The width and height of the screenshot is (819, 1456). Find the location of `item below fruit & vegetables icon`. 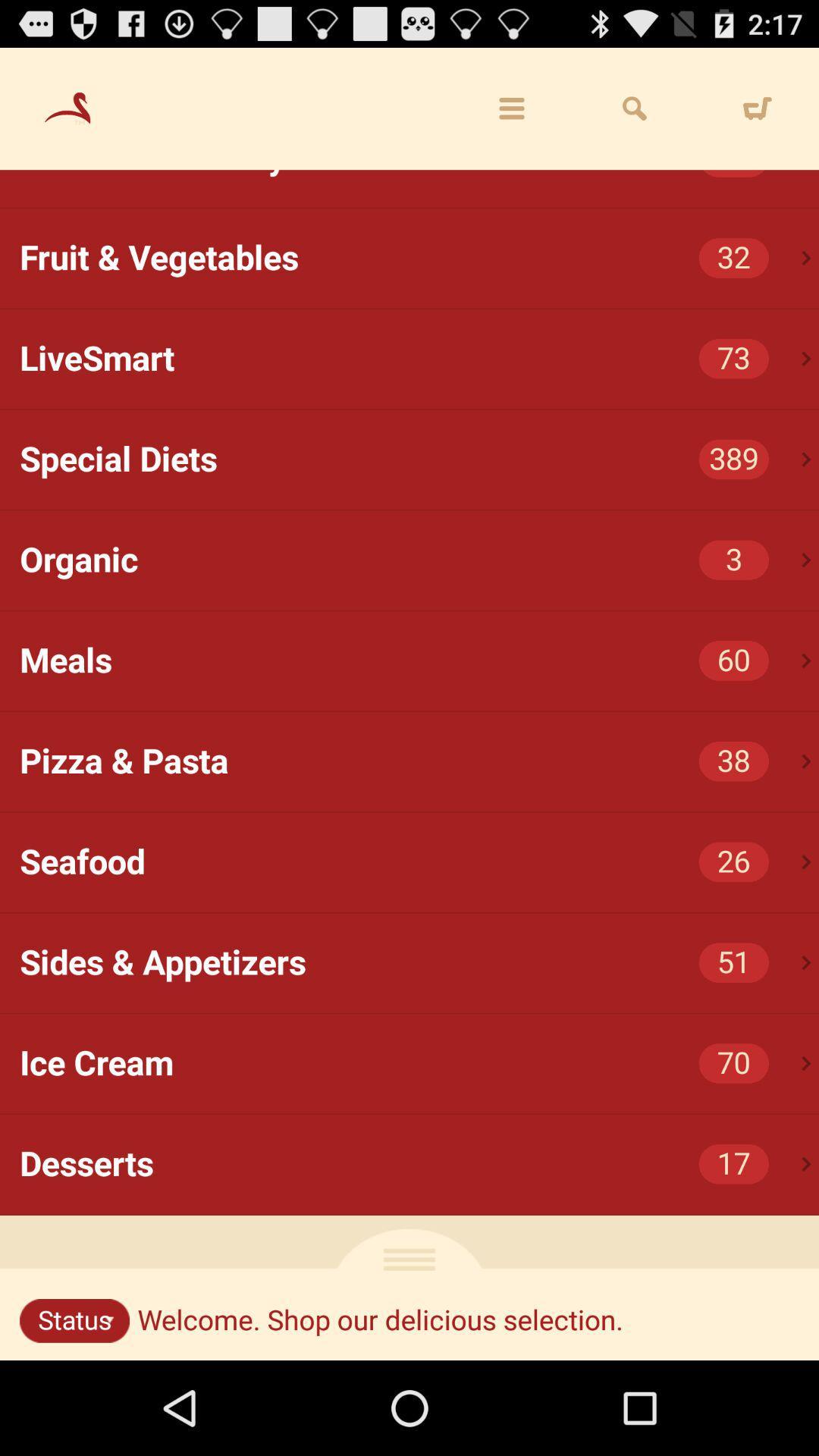

item below fruit & vegetables icon is located at coordinates (419, 358).